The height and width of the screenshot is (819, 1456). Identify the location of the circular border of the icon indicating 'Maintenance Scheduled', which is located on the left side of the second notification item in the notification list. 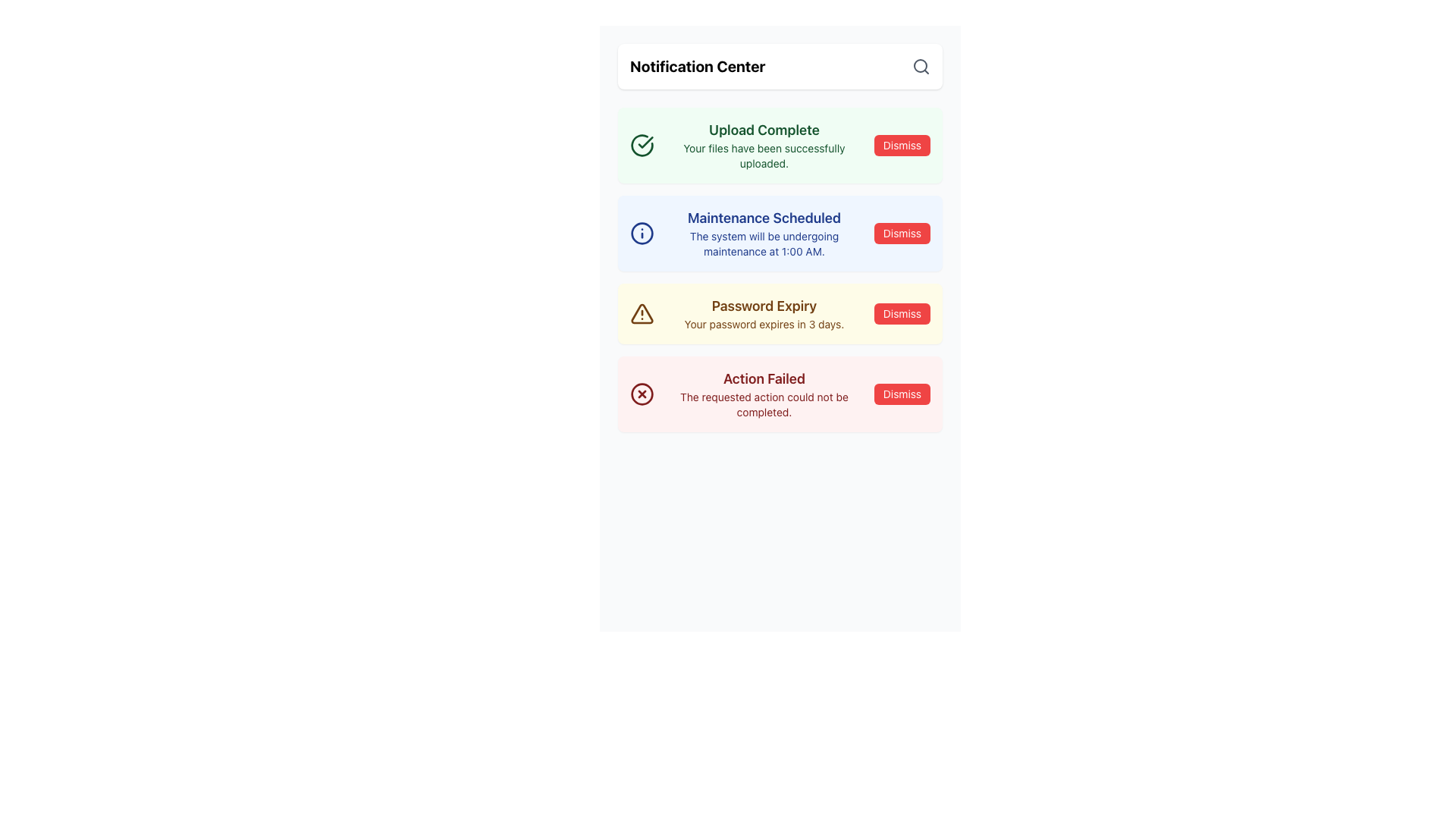
(642, 234).